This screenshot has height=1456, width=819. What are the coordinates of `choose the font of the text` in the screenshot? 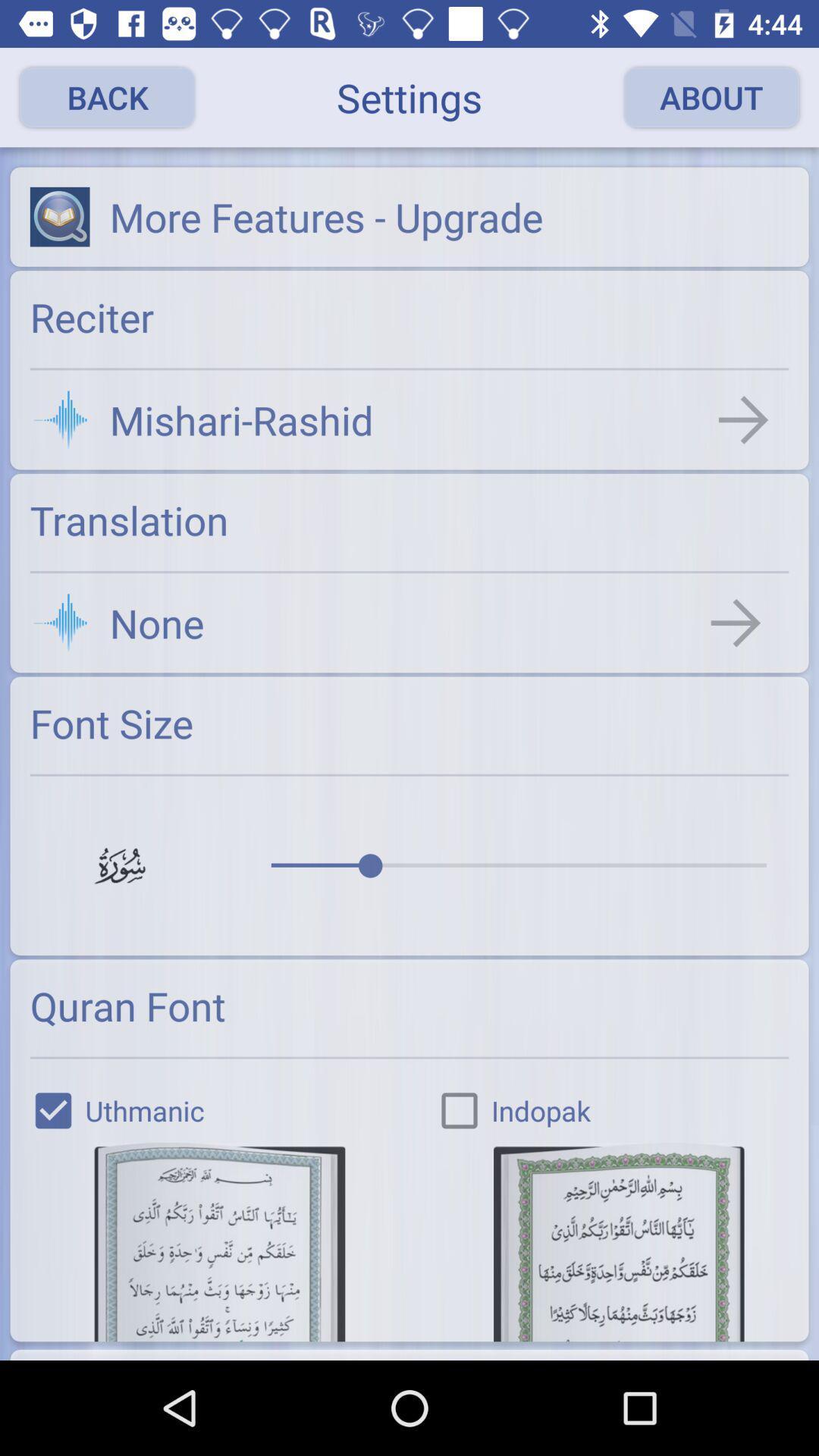 It's located at (619, 1241).